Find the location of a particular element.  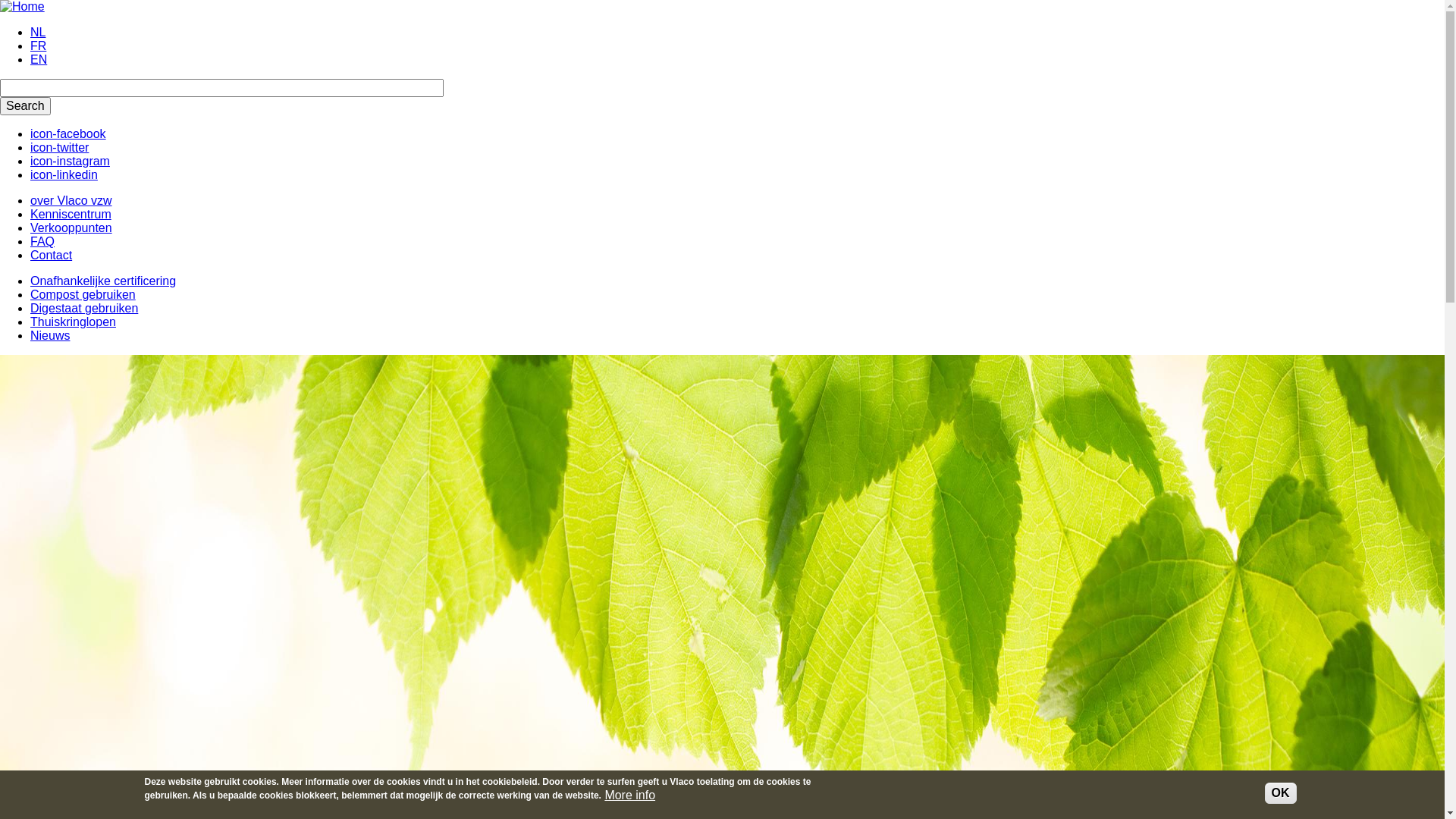

'Nieuws' is located at coordinates (30, 334).